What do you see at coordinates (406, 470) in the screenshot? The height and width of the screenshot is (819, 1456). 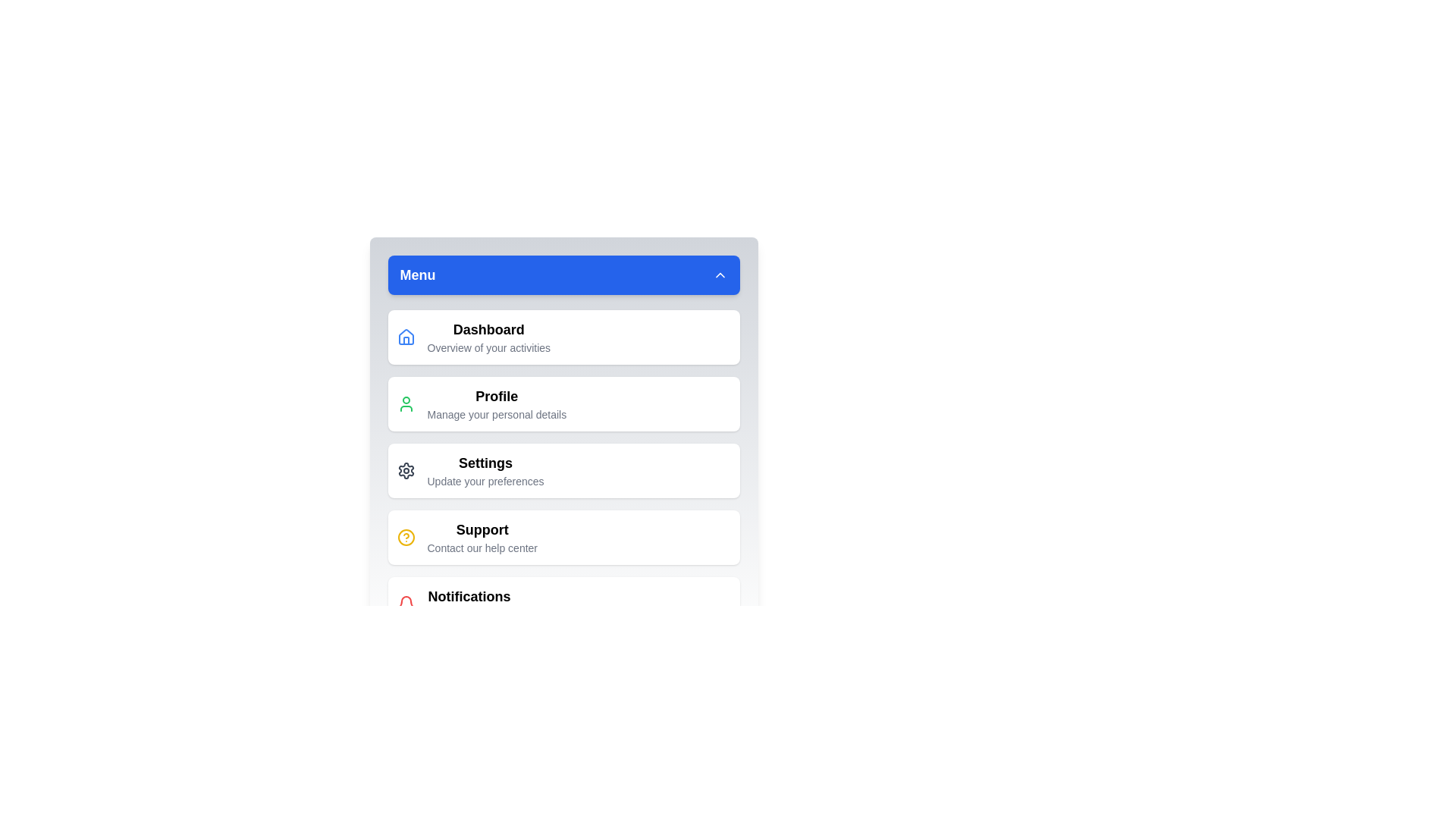 I see `the settings icon located in the top-left corner of the 'Settings' tile, which visually represents the settings functionality within the application interface` at bounding box center [406, 470].